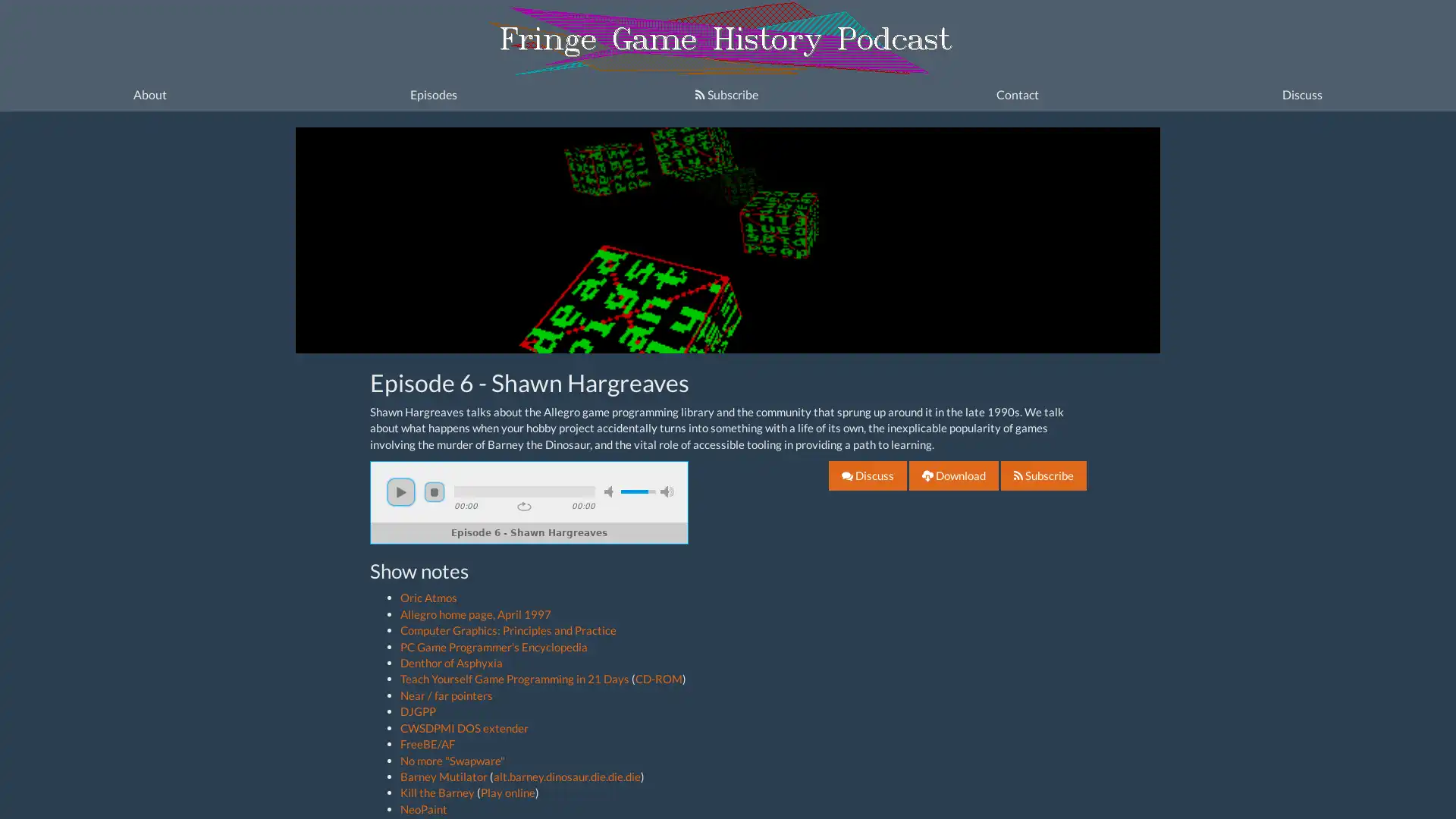 The height and width of the screenshot is (819, 1456). I want to click on mute, so click(610, 491).